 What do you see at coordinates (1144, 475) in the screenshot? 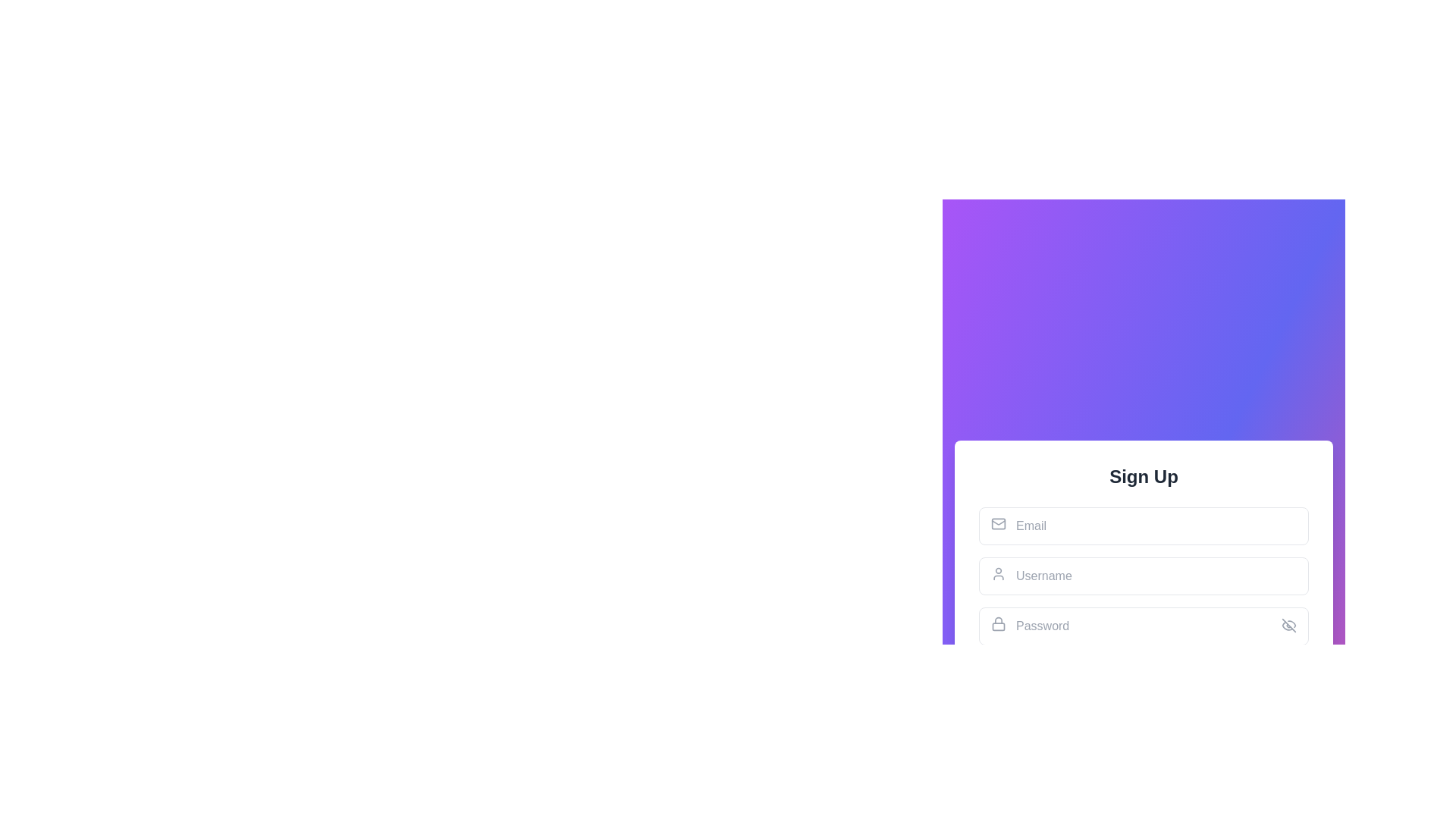
I see `the 'Sign Up' text header that is bold and prominently displayed at the top of the registration form` at bounding box center [1144, 475].